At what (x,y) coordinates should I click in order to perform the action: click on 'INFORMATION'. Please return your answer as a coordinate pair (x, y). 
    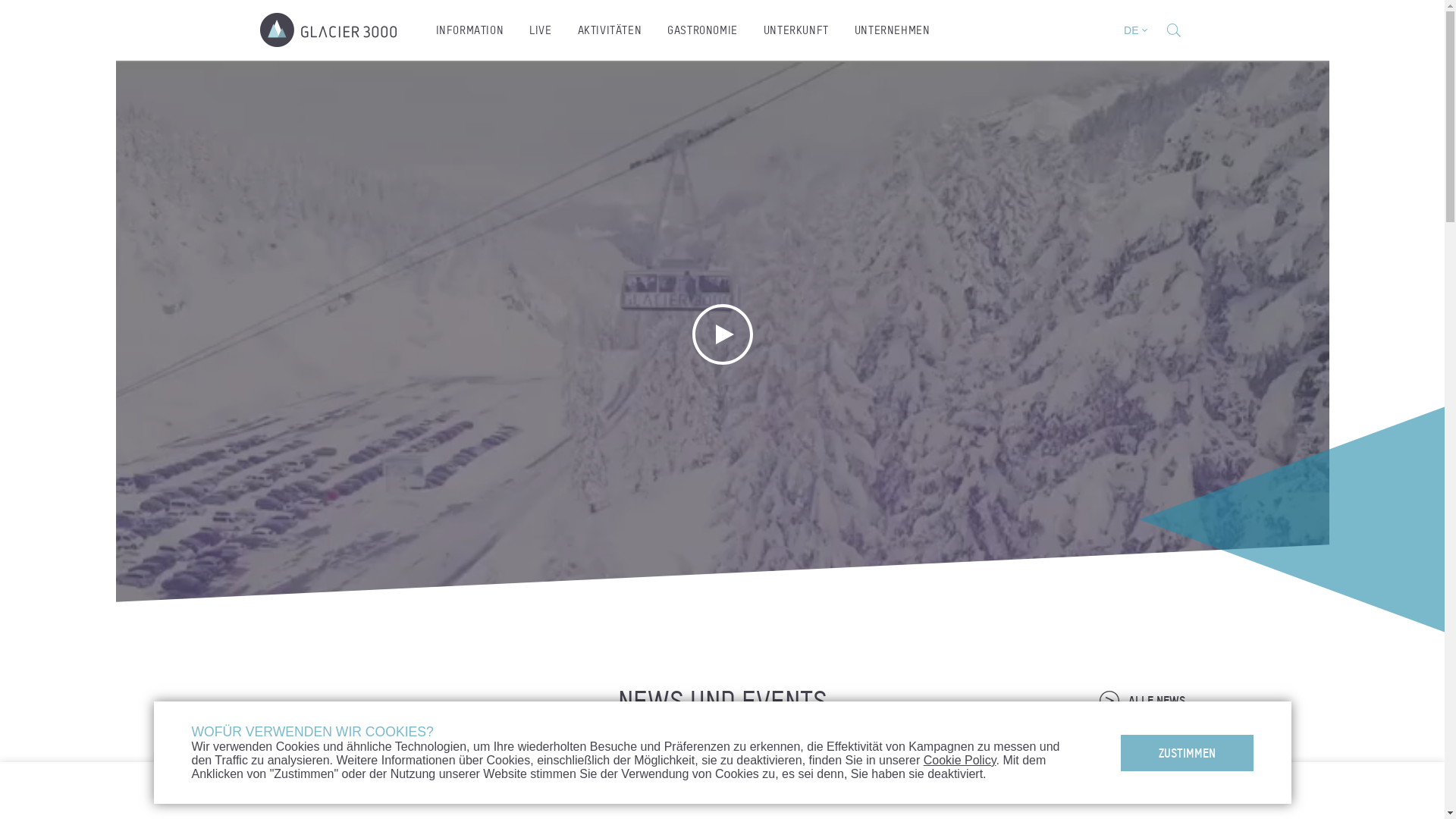
    Looking at the image, I should click on (422, 30).